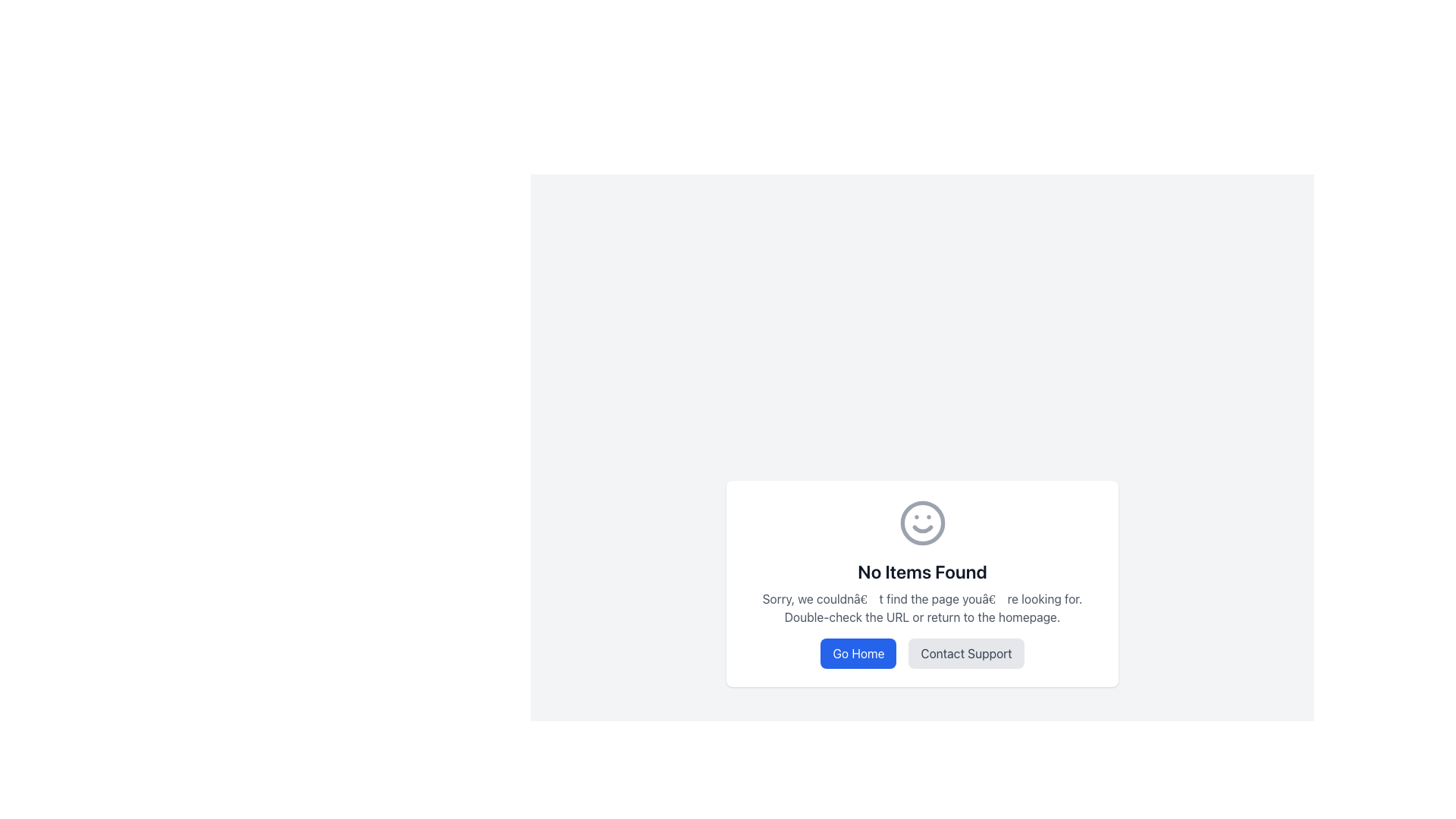 This screenshot has height=819, width=1456. Describe the element at coordinates (858, 652) in the screenshot. I see `the 'Go Home' button with rounded corners and blue background located below the 'No Items Found' message` at that location.